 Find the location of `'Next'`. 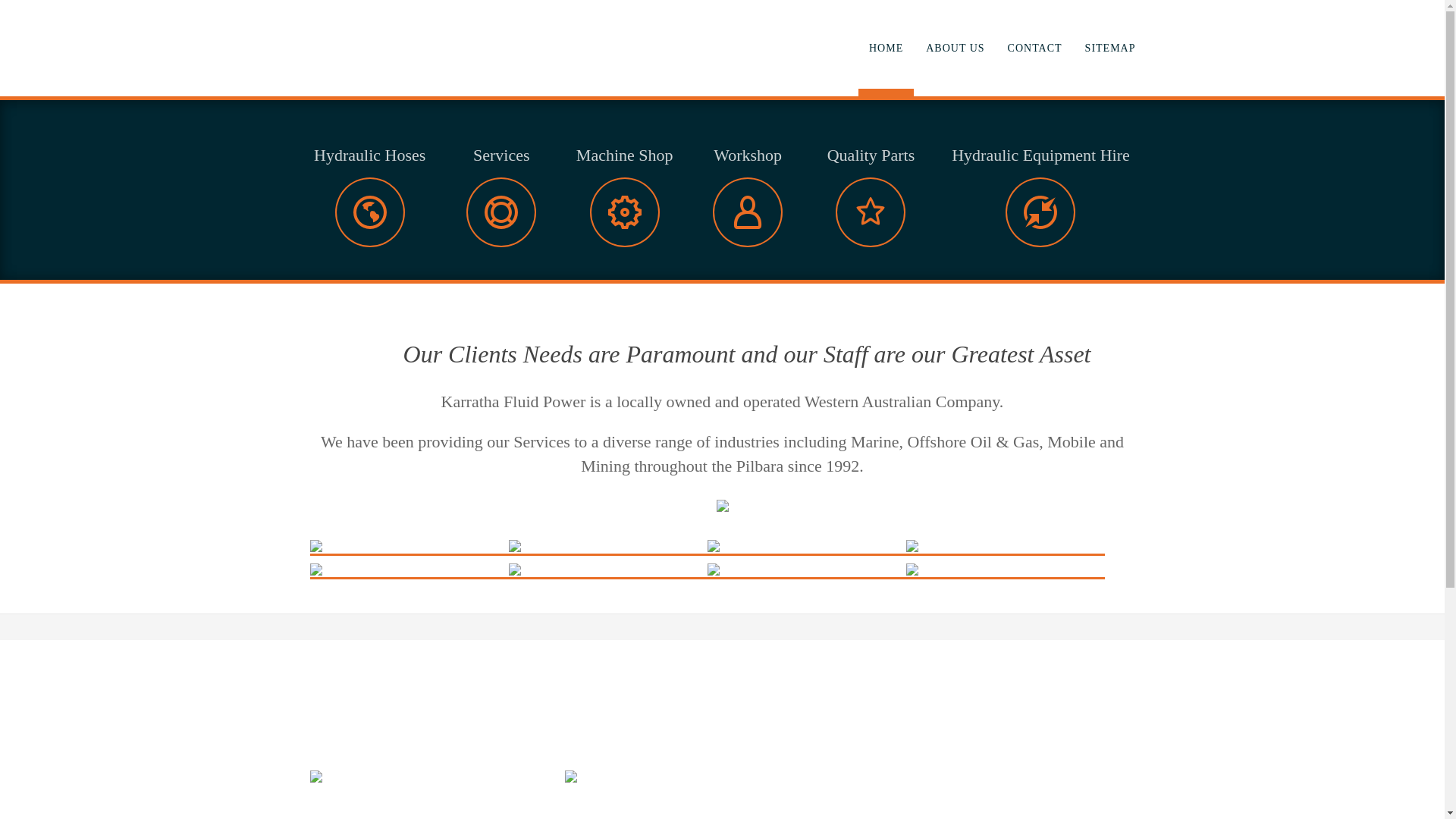

'Next' is located at coordinates (1411, 50).